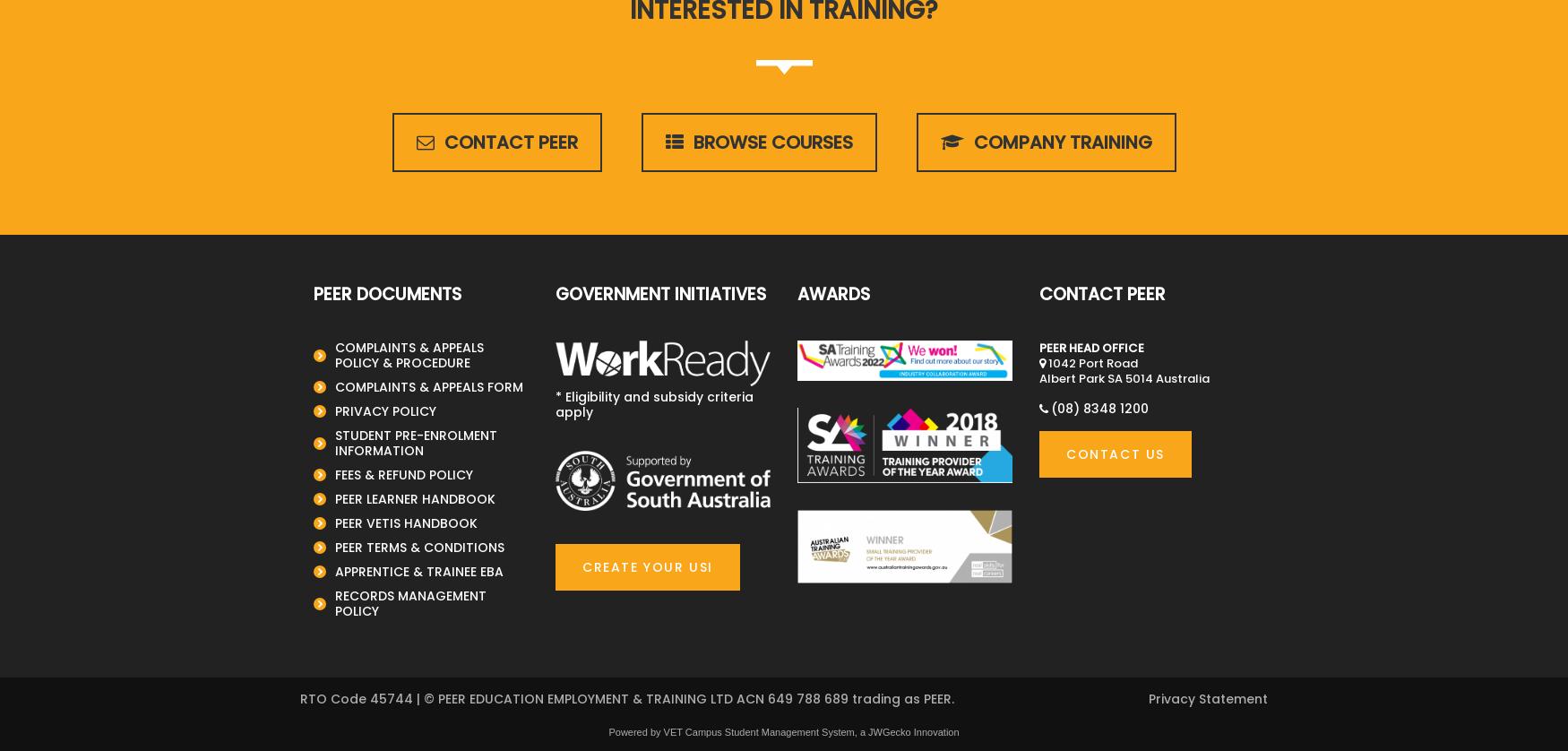 The image size is (1568, 751). I want to click on 'Browse Courses', so click(770, 141).